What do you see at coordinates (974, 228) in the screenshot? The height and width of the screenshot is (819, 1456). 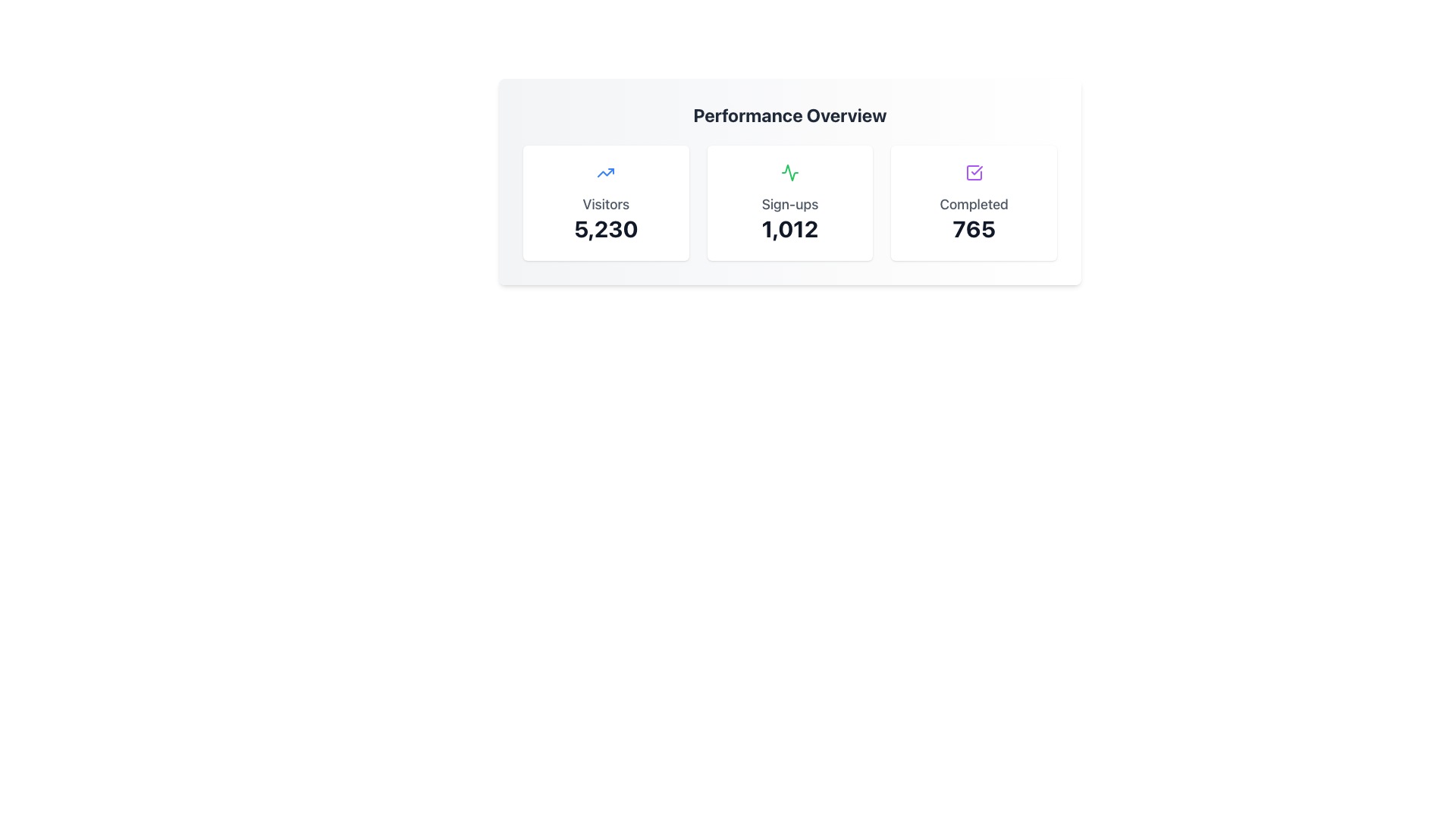 I see `the bold numeric label '765' in dark gray text, which is located in the 'Completed' section of a card-like component within a performance dashboard` at bounding box center [974, 228].